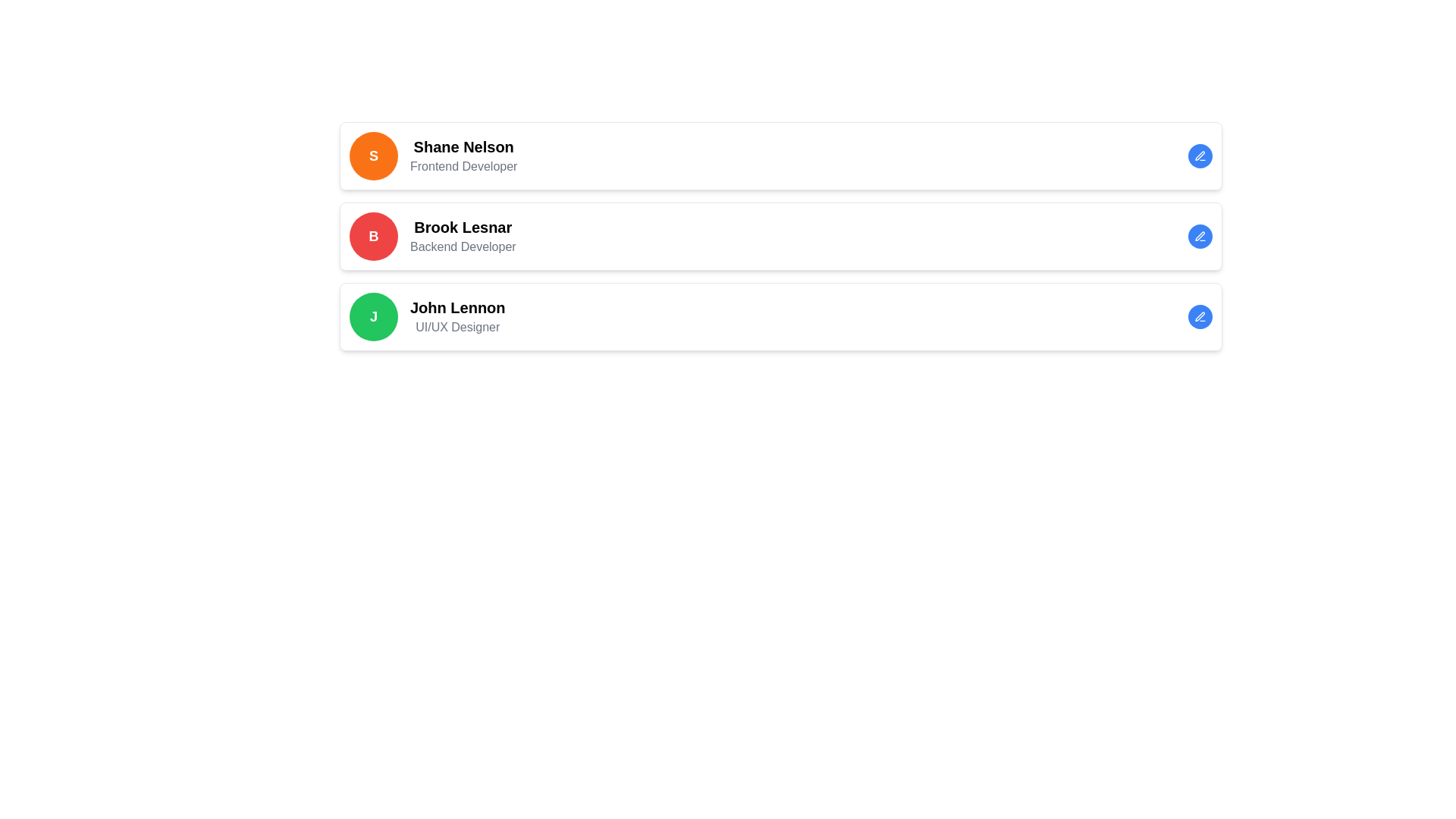  I want to click on the text block that displays the name and occupational title of the user in the third item of the user profile list, located to the right of a green circular icon with the letter 'J', so click(457, 315).